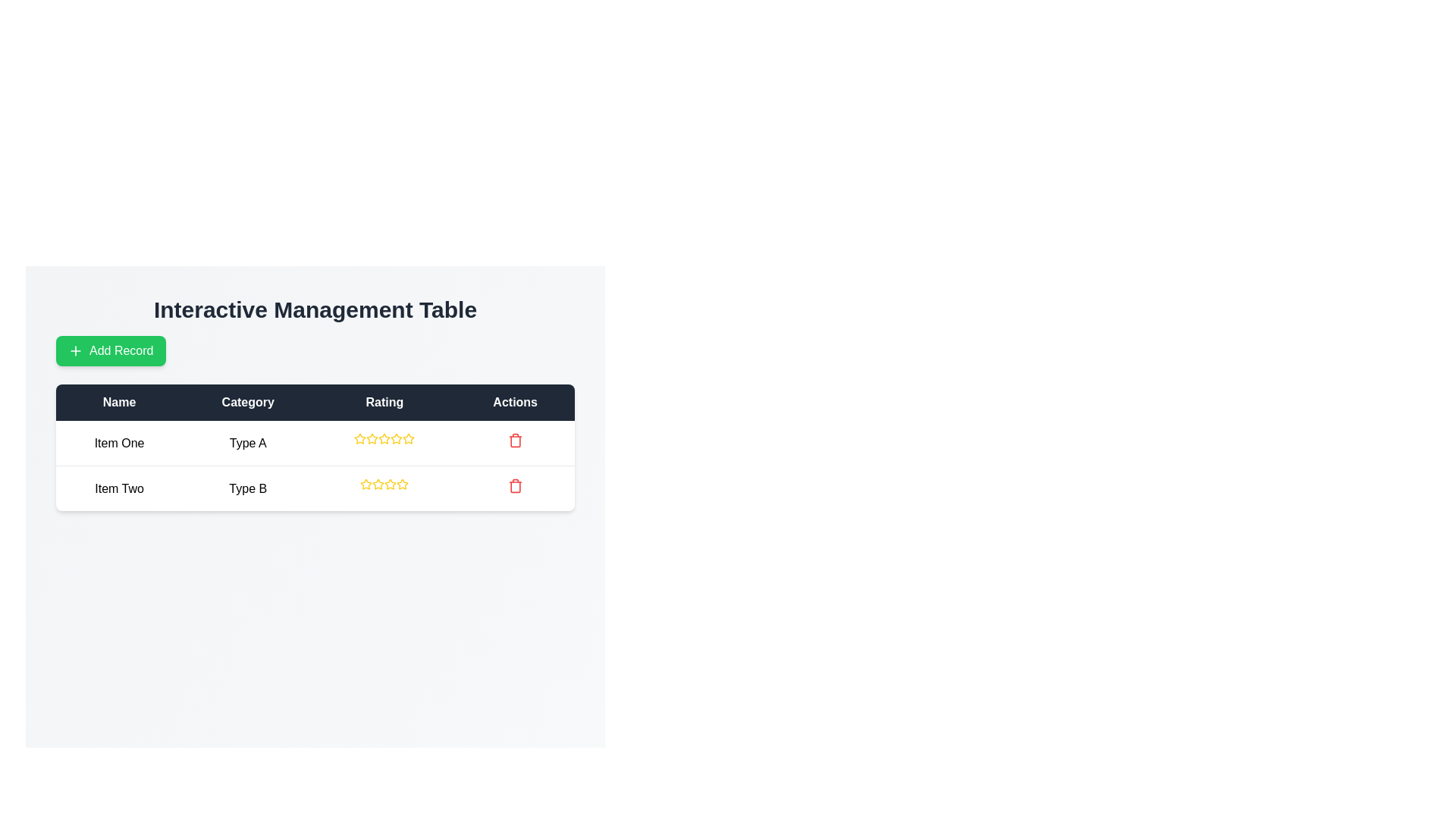 The width and height of the screenshot is (1456, 819). I want to click on the yellow star icon in the rating section of the table for 'Item One', so click(359, 438).